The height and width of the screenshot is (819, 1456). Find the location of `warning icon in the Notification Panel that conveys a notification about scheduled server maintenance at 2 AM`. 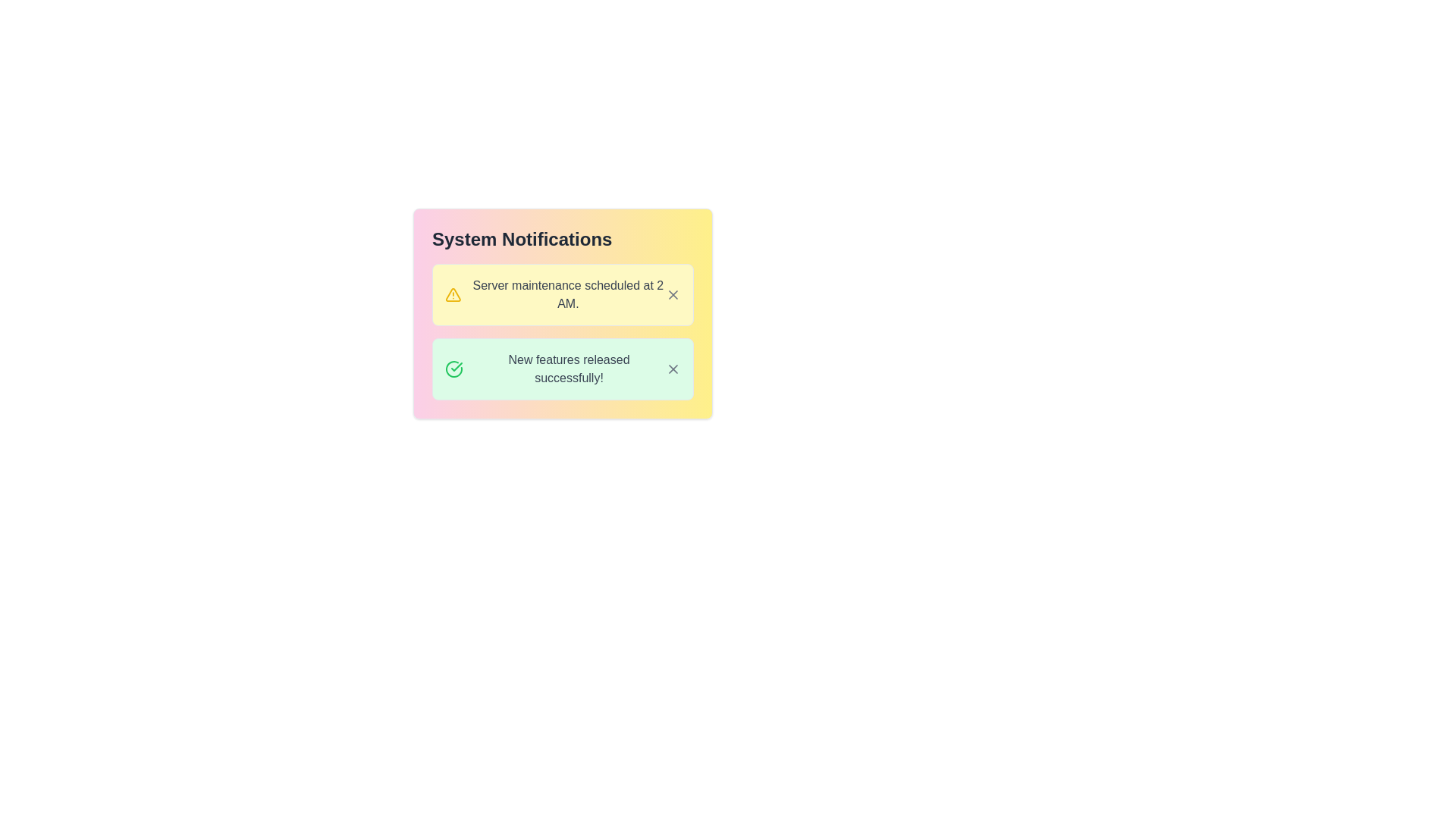

warning icon in the Notification Panel that conveys a notification about scheduled server maintenance at 2 AM is located at coordinates (562, 312).